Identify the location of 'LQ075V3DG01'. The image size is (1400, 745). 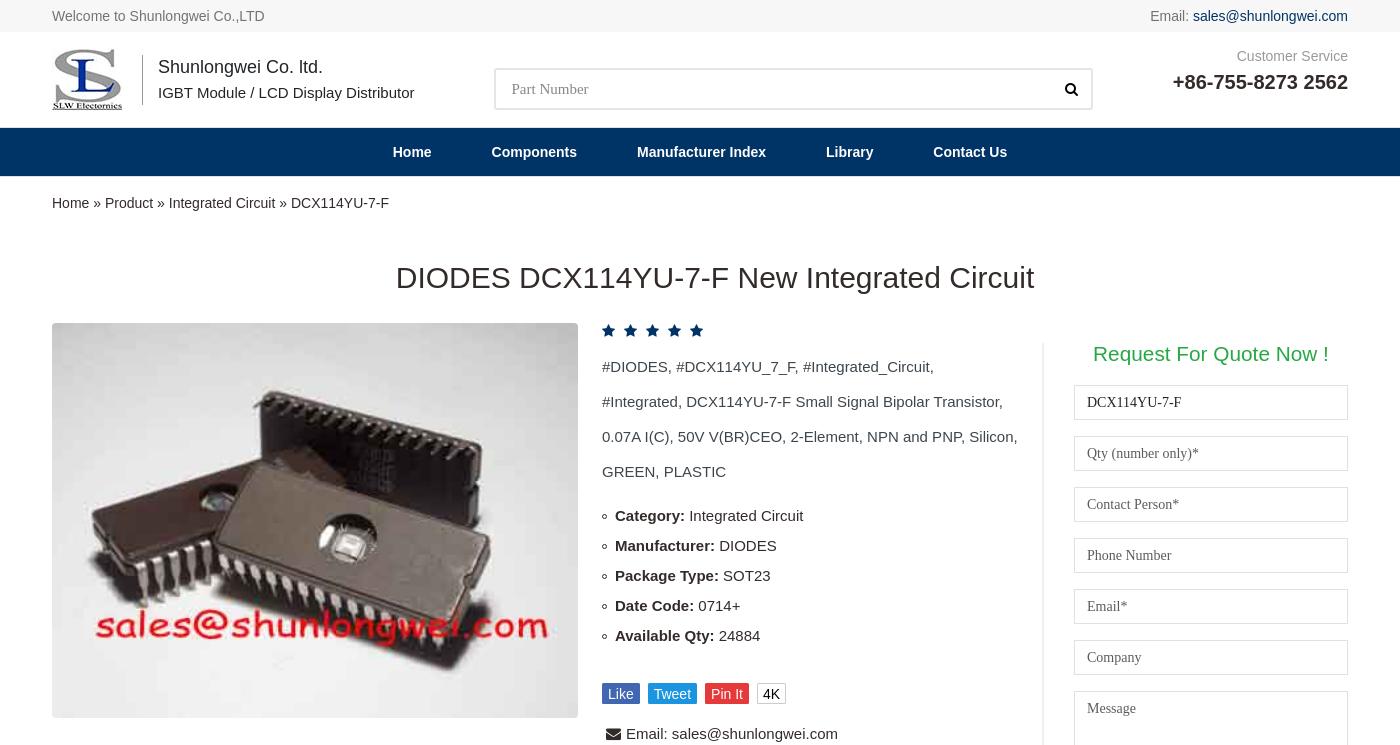
(1252, 587).